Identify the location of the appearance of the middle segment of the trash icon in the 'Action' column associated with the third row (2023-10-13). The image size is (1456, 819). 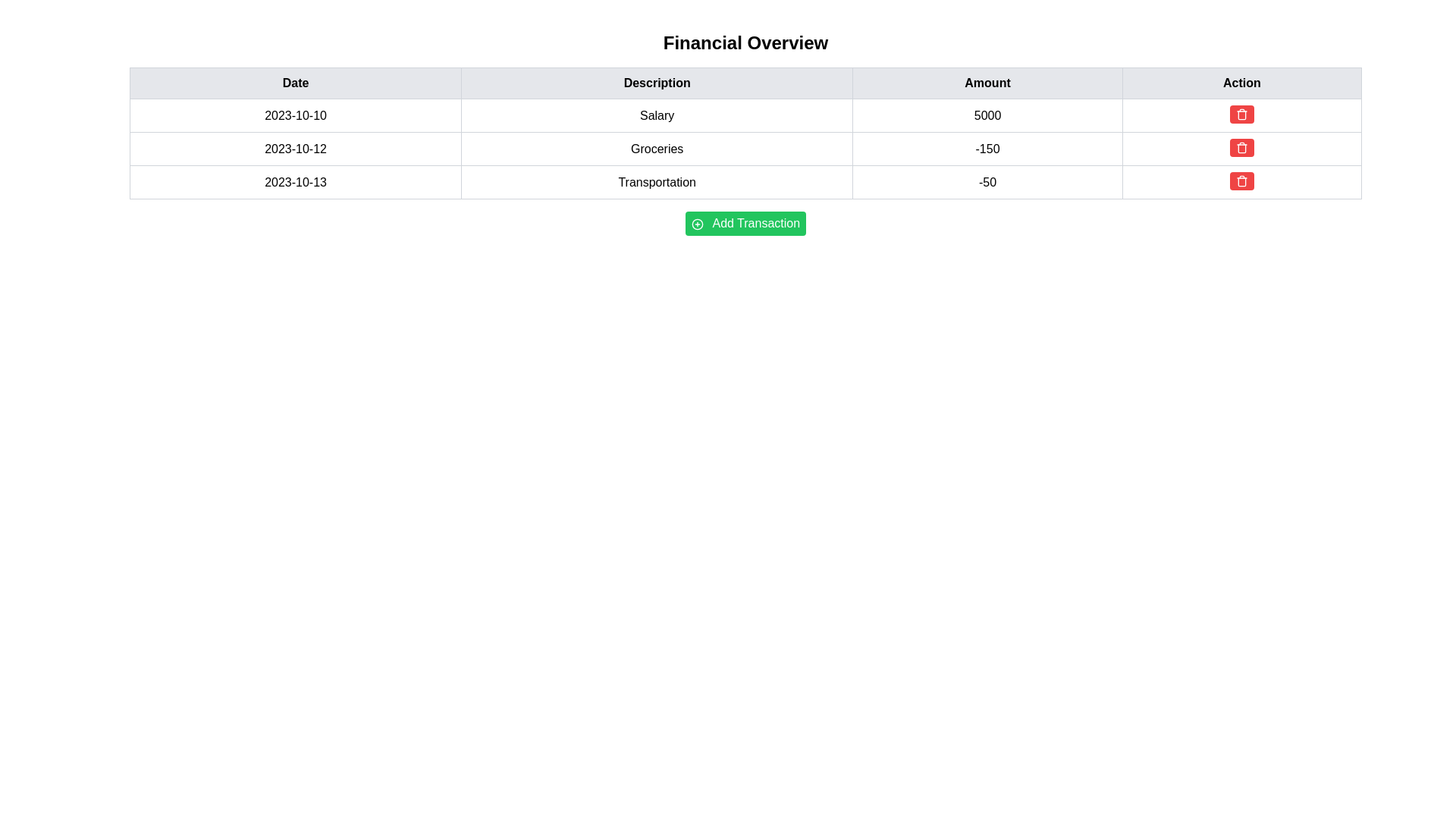
(1241, 149).